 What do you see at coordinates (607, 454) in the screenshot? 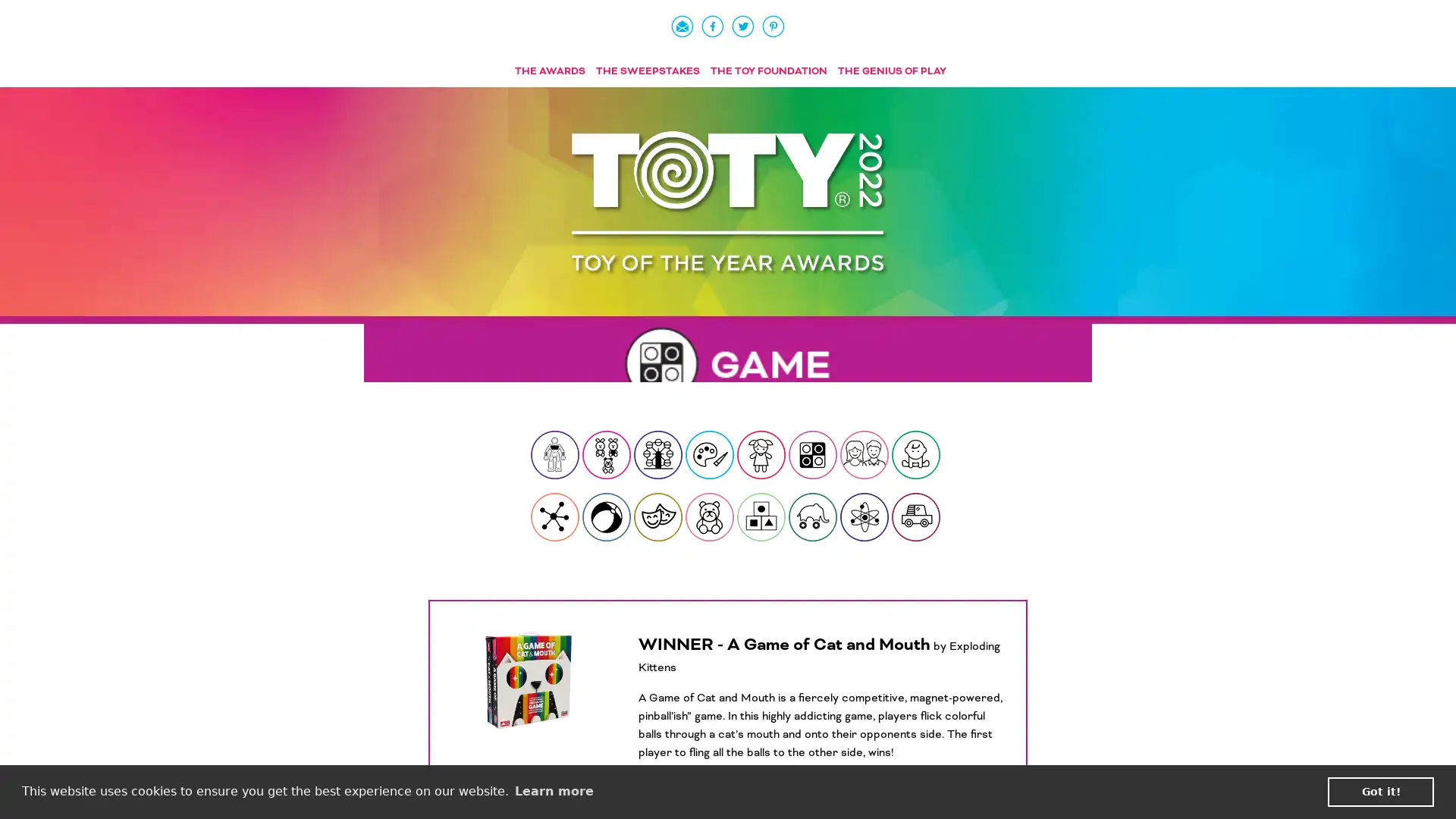
I see `Submit` at bounding box center [607, 454].